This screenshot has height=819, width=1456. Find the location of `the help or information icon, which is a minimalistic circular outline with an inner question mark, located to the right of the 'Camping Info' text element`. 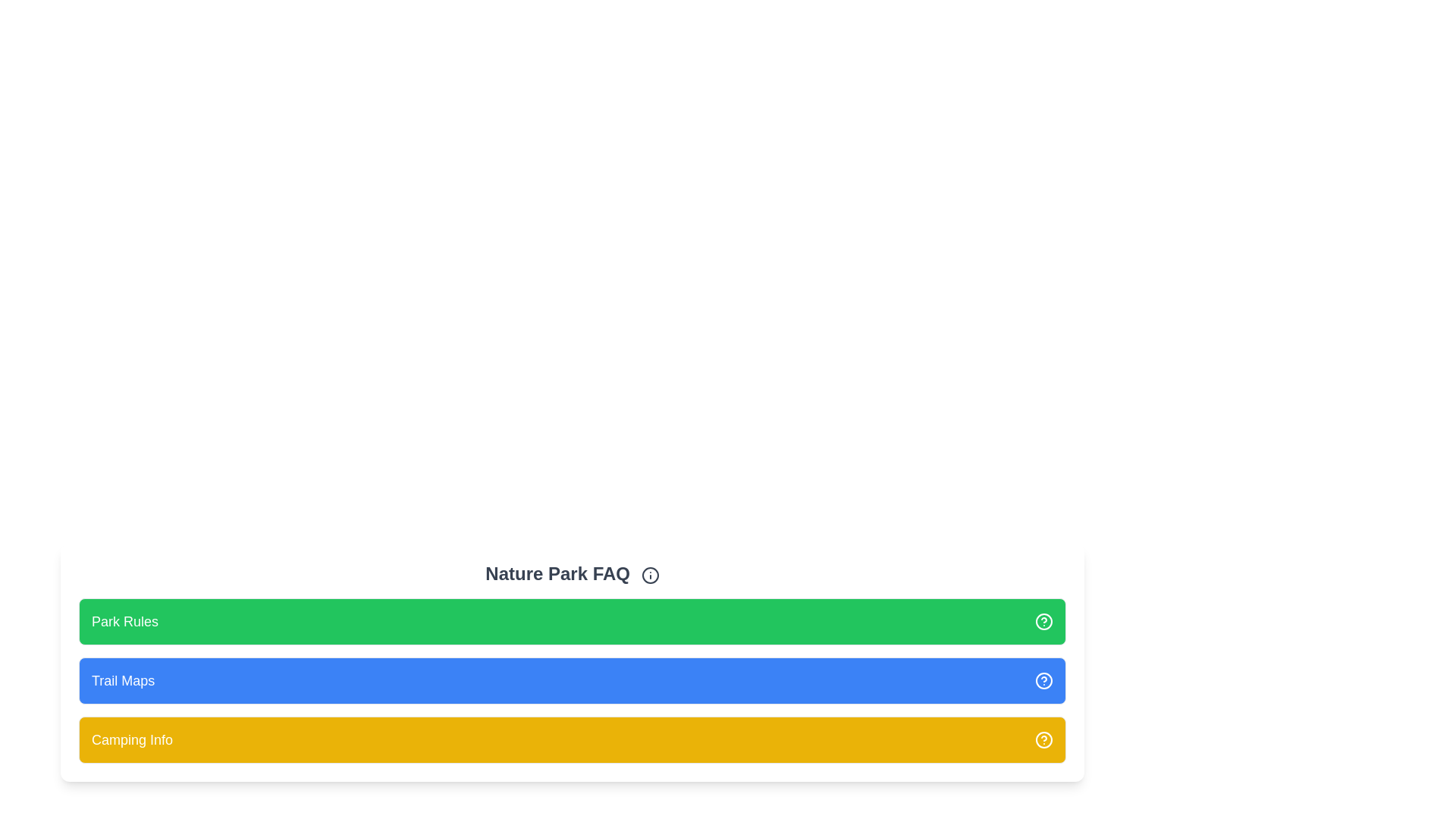

the help or information icon, which is a minimalistic circular outline with an inner question mark, located to the right of the 'Camping Info' text element is located at coordinates (1043, 739).